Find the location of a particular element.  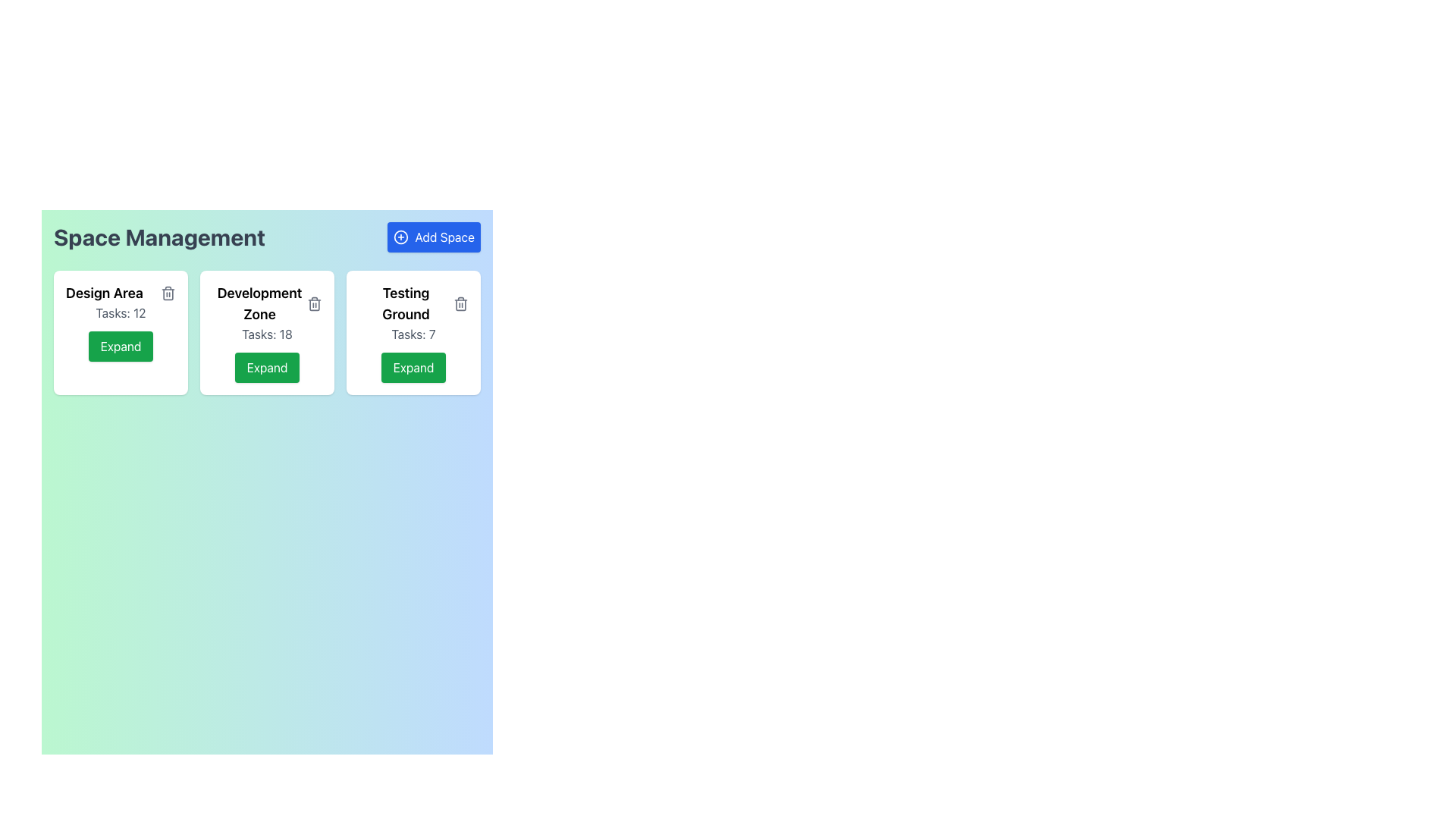

the 'Expand' button with a green background and white text is located at coordinates (120, 346).